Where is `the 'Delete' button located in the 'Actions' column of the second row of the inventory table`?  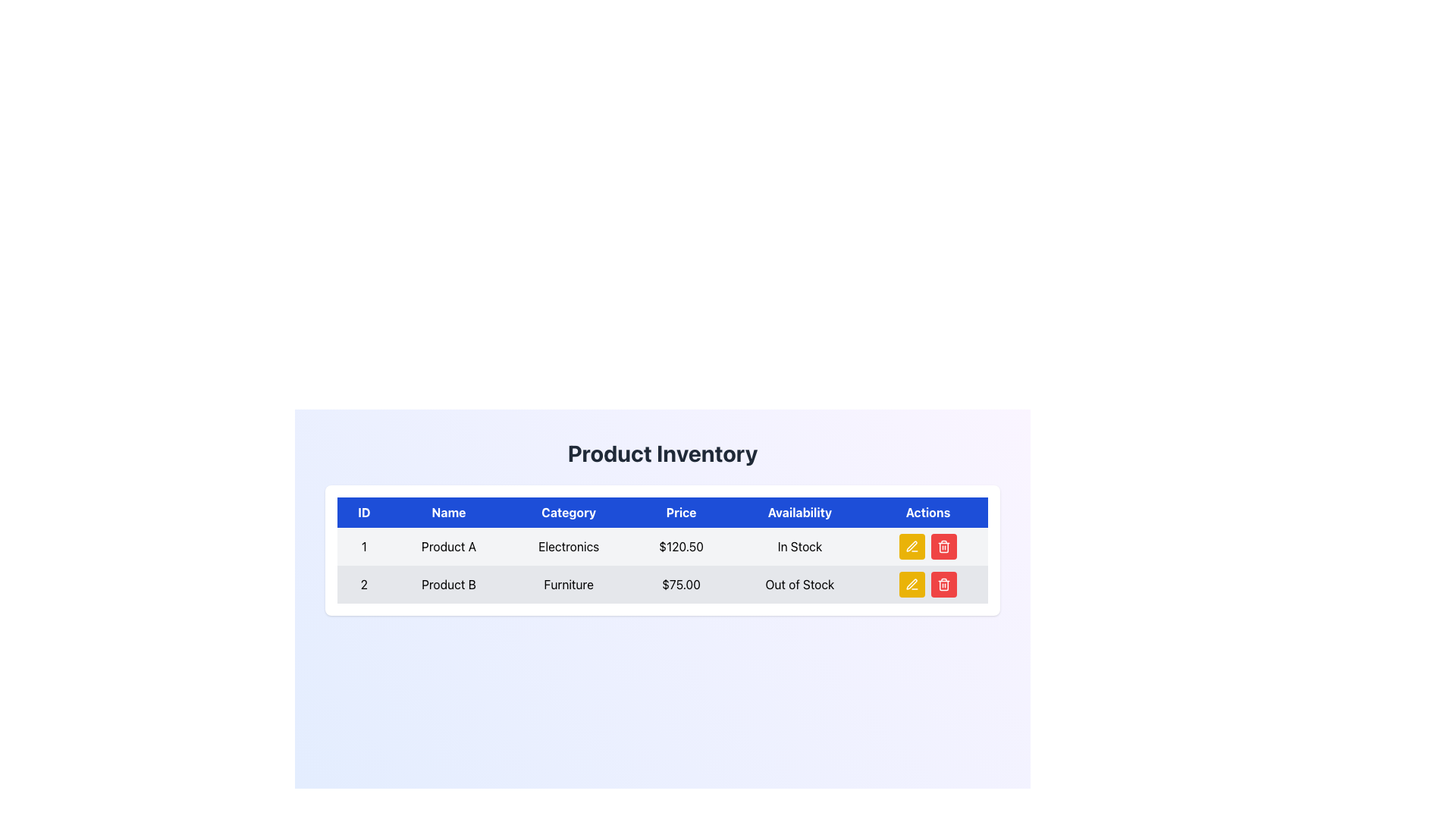
the 'Delete' button located in the 'Actions' column of the second row of the inventory table is located at coordinates (943, 584).